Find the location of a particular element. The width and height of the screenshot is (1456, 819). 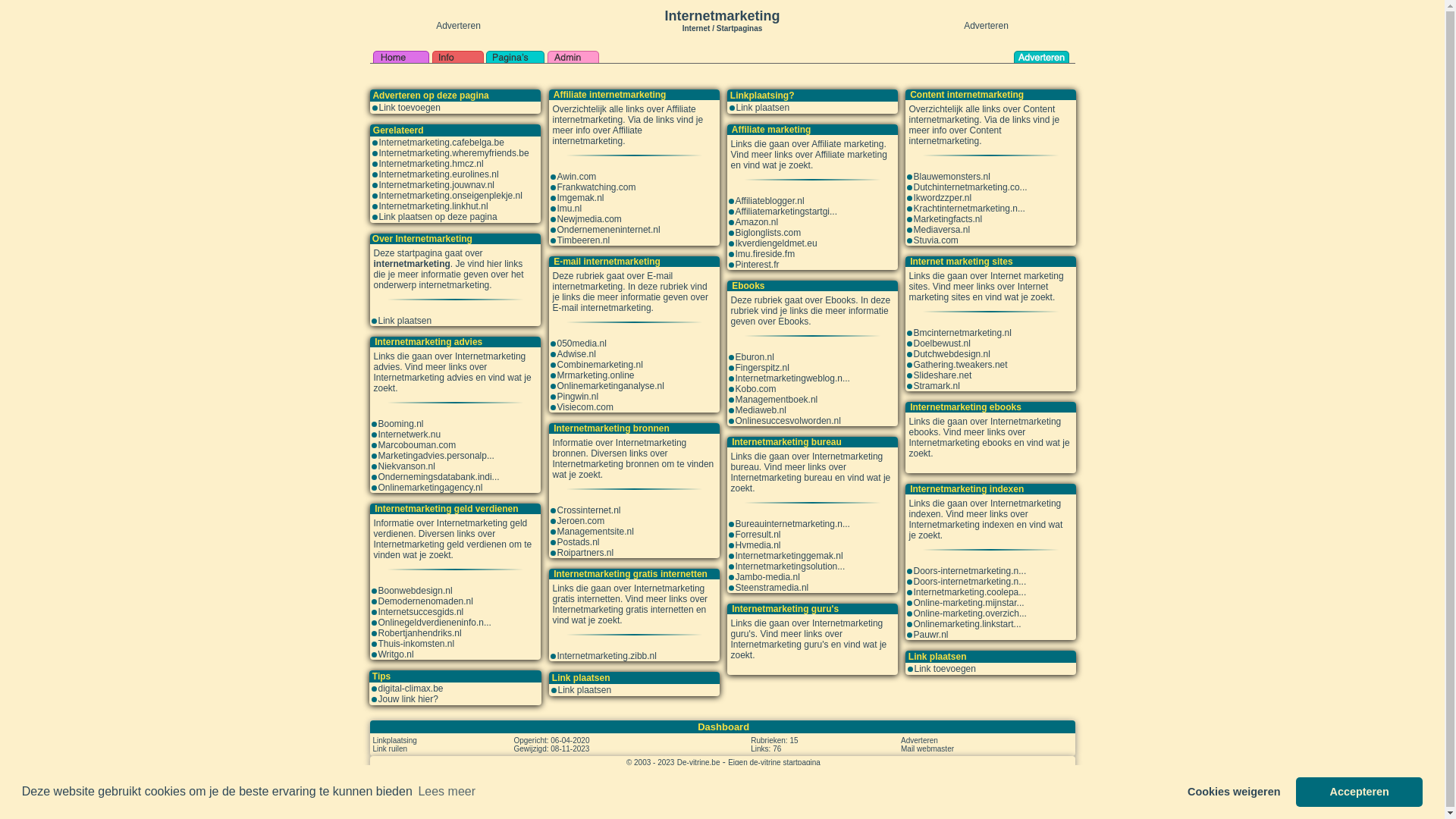

'Onlinemarketing.linkstart...' is located at coordinates (966, 623).